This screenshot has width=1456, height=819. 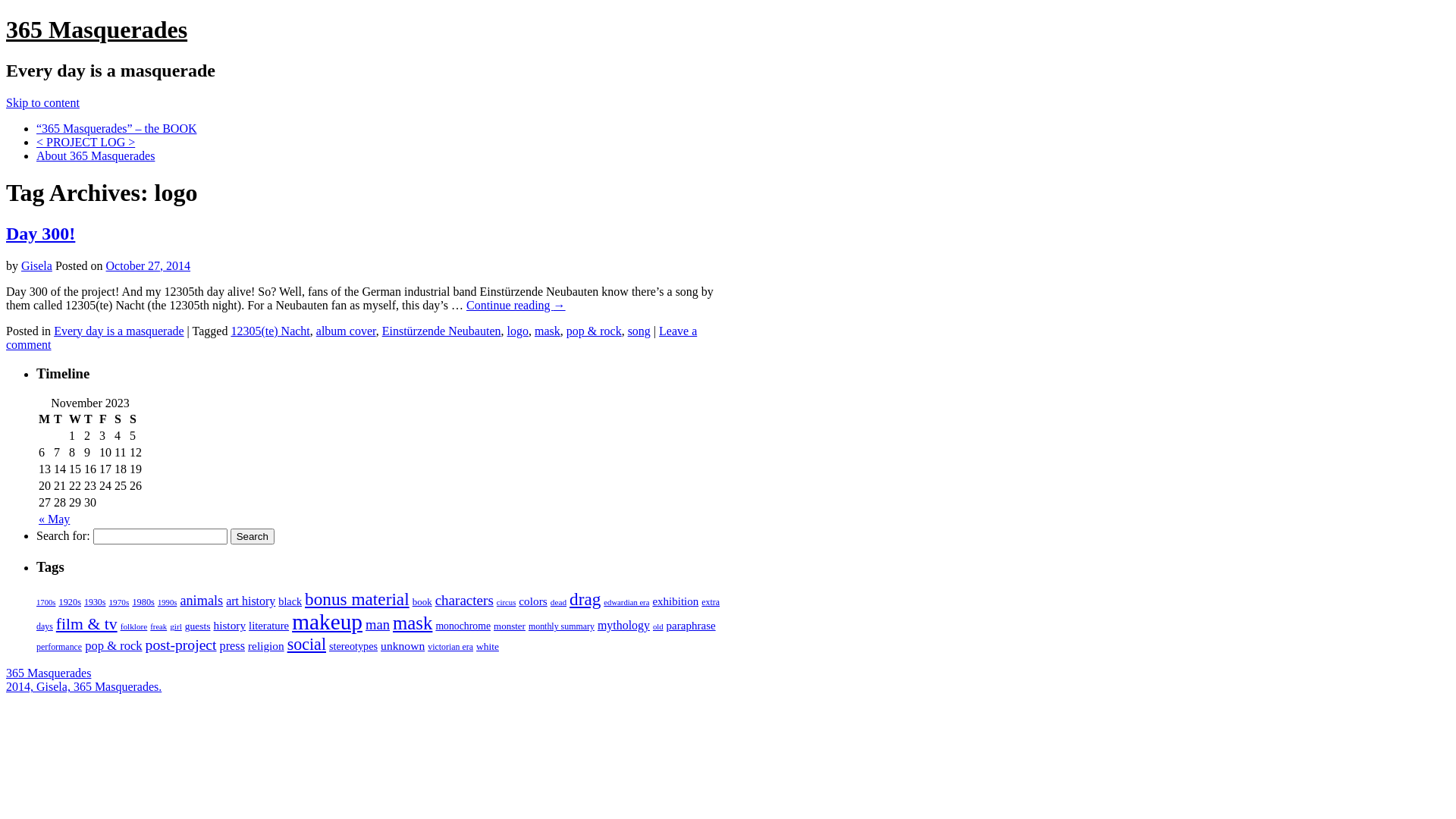 What do you see at coordinates (584, 598) in the screenshot?
I see `'drag'` at bounding box center [584, 598].